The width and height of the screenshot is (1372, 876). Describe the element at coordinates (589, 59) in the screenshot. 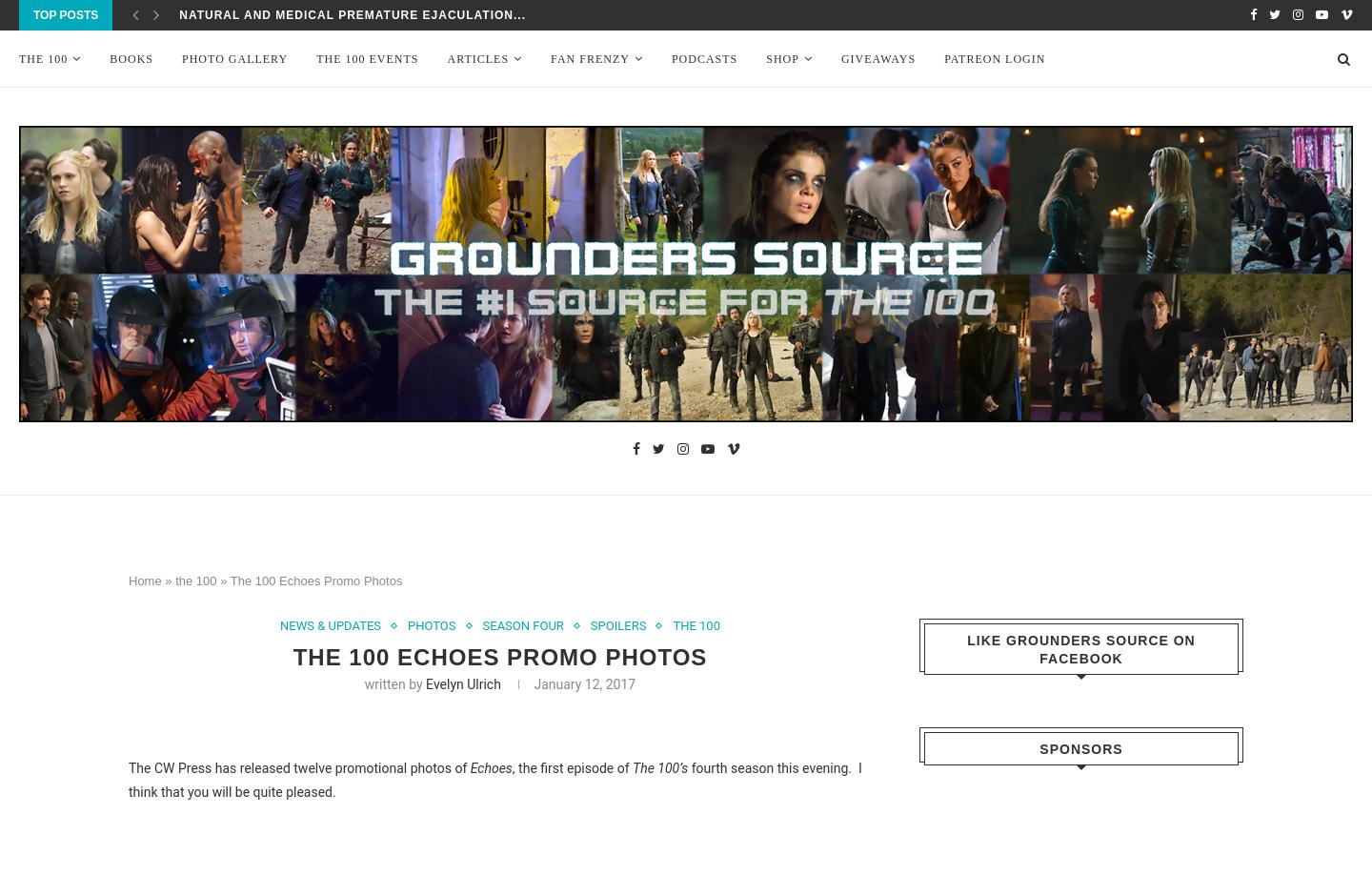

I see `'Fan Frenzy'` at that location.